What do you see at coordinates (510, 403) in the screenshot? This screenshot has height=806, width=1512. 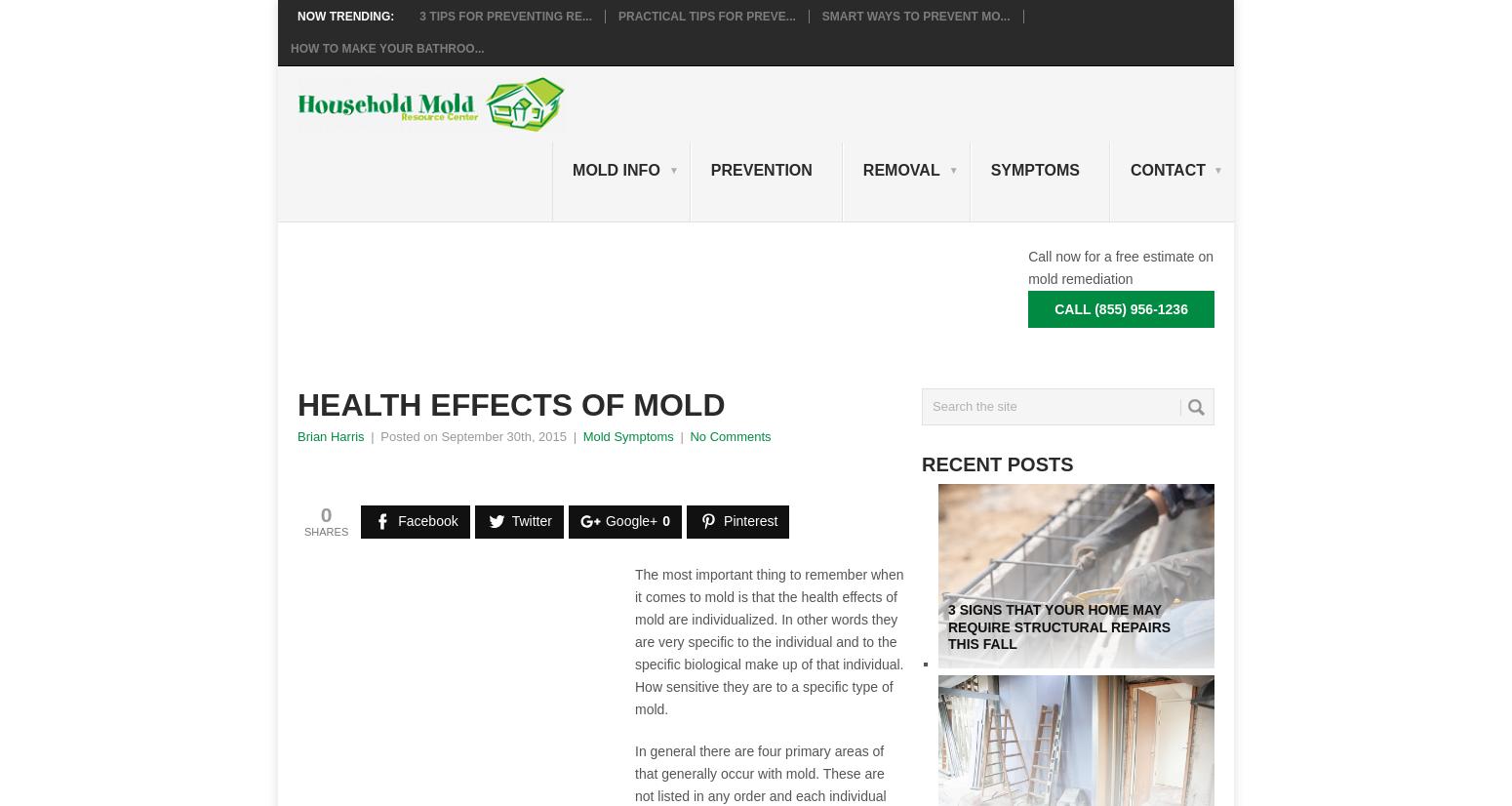 I see `'Health Effects Of Mold'` at bounding box center [510, 403].